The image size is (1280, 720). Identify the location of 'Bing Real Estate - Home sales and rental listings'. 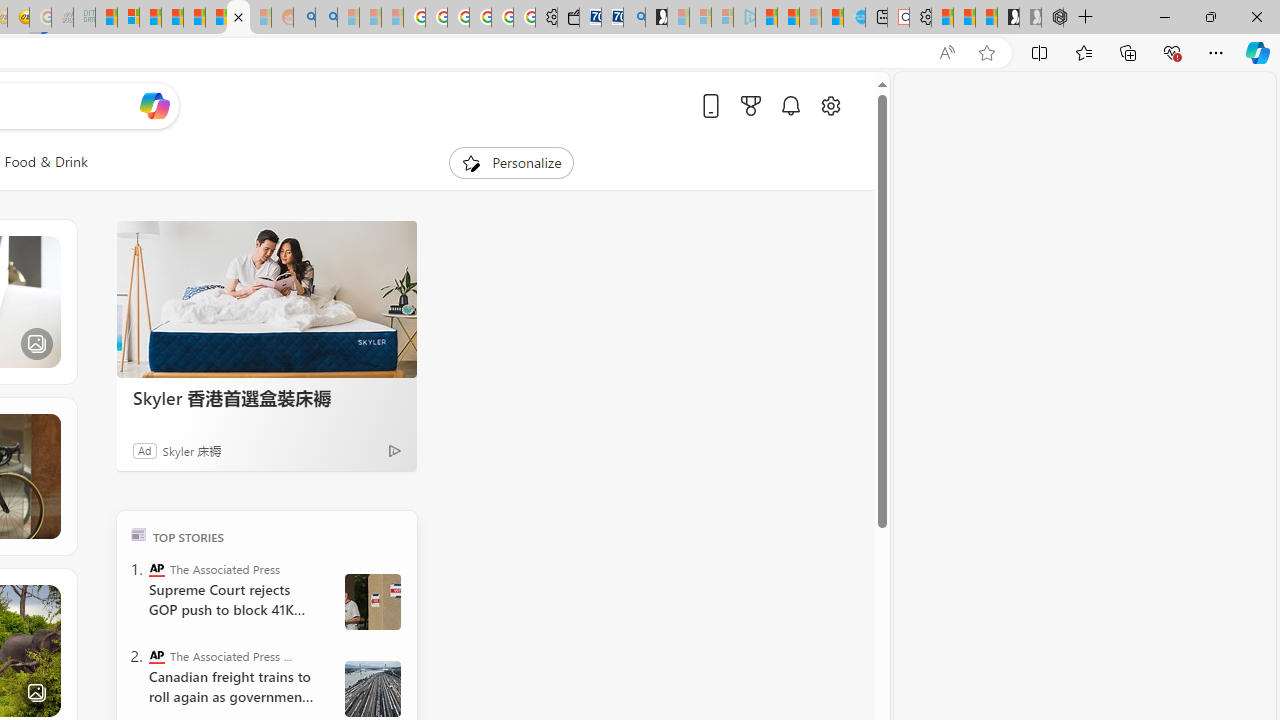
(633, 17).